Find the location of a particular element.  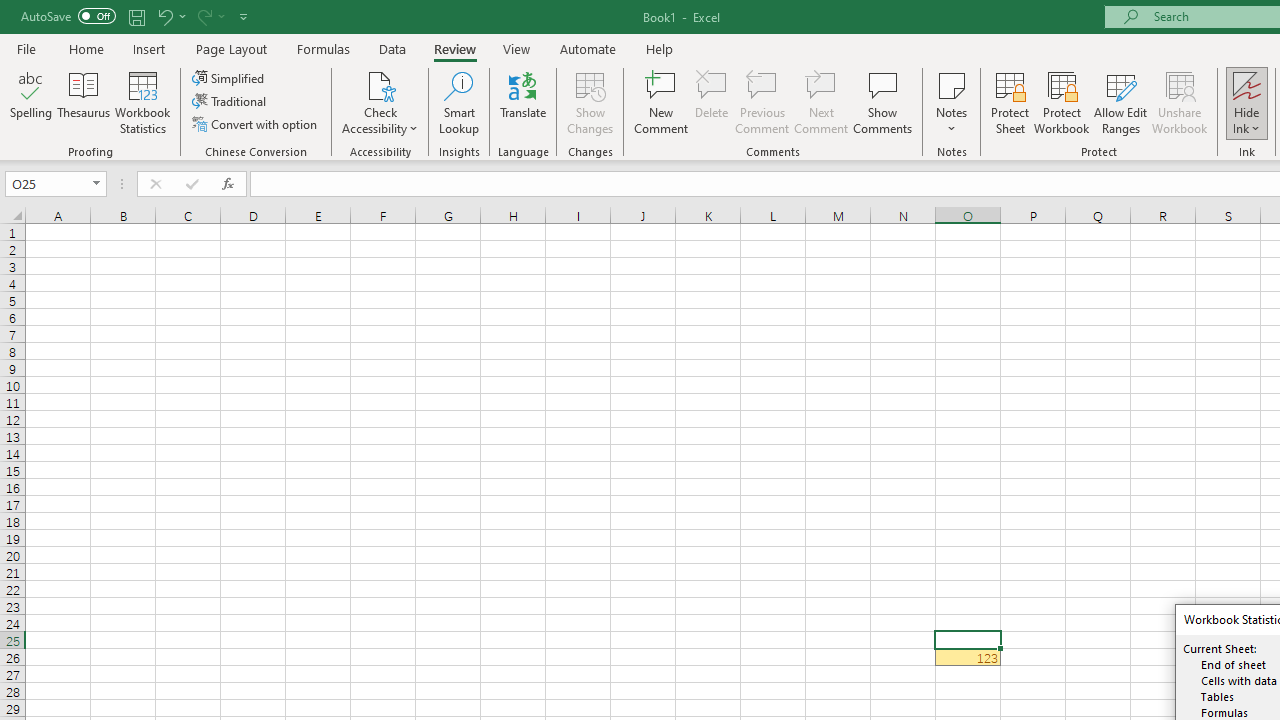

'New Comment' is located at coordinates (661, 103).